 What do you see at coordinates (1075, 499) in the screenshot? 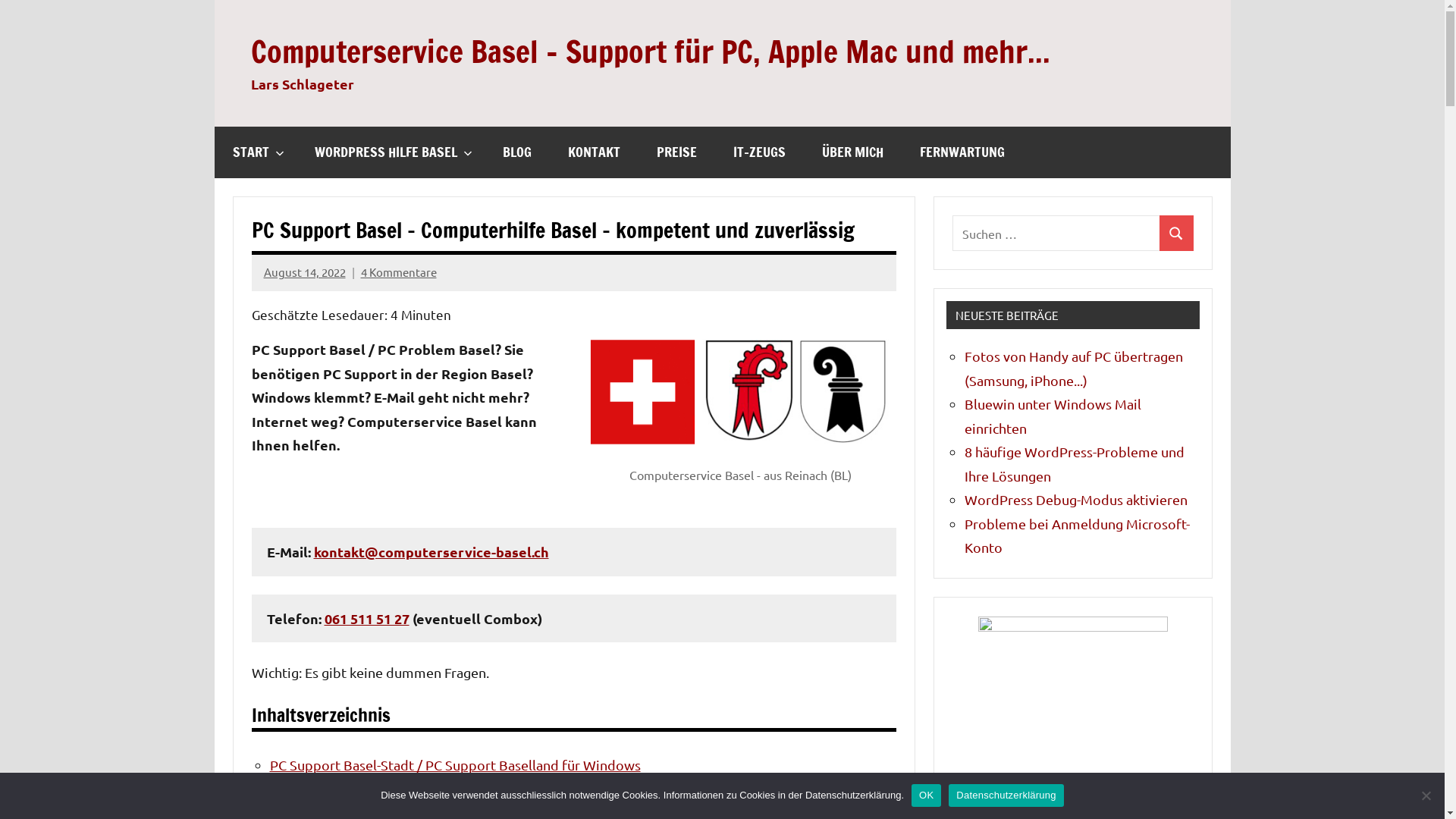
I see `'WordPress Debug-Modus aktivieren'` at bounding box center [1075, 499].